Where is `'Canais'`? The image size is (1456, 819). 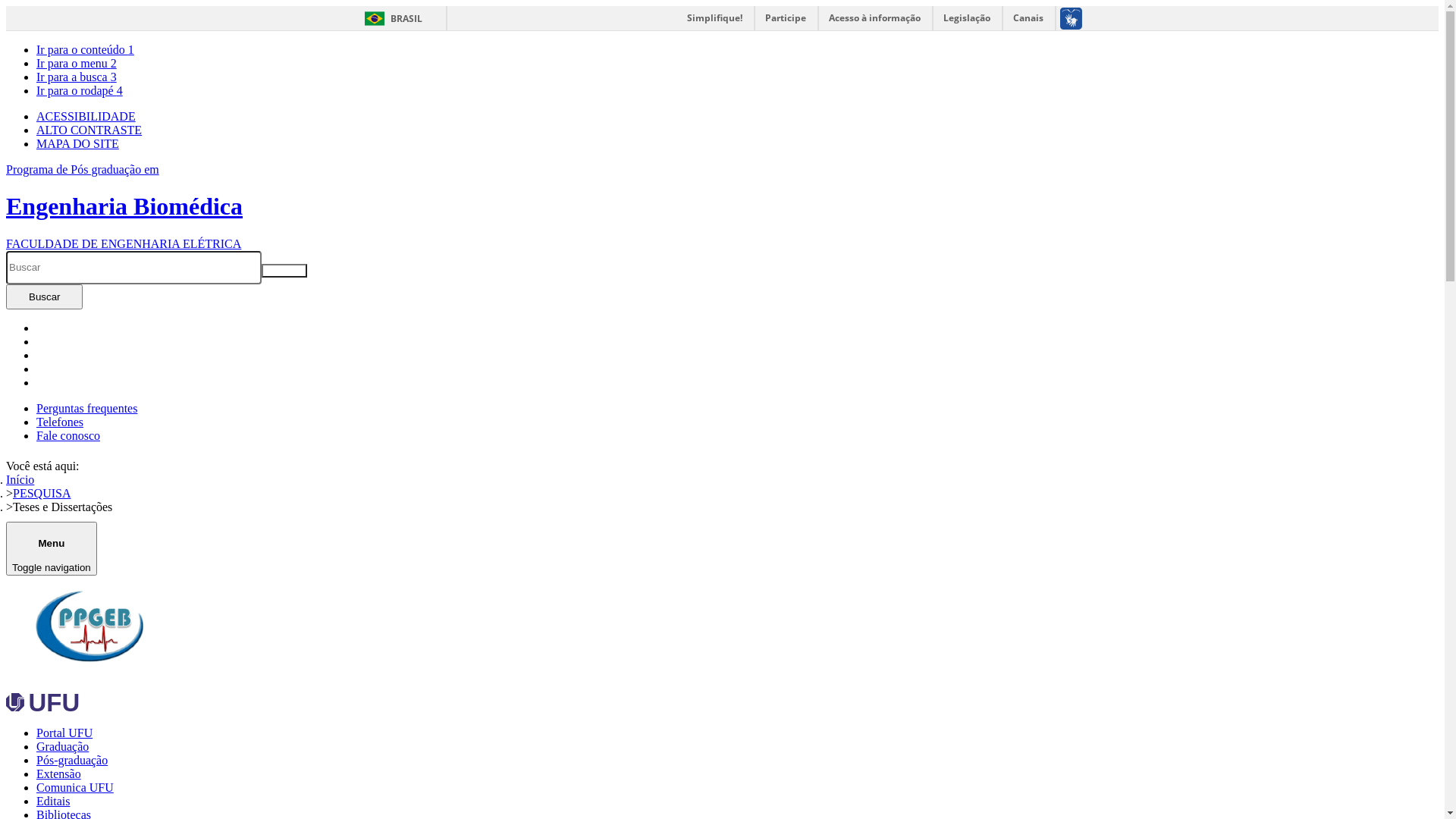
'Canais' is located at coordinates (1002, 17).